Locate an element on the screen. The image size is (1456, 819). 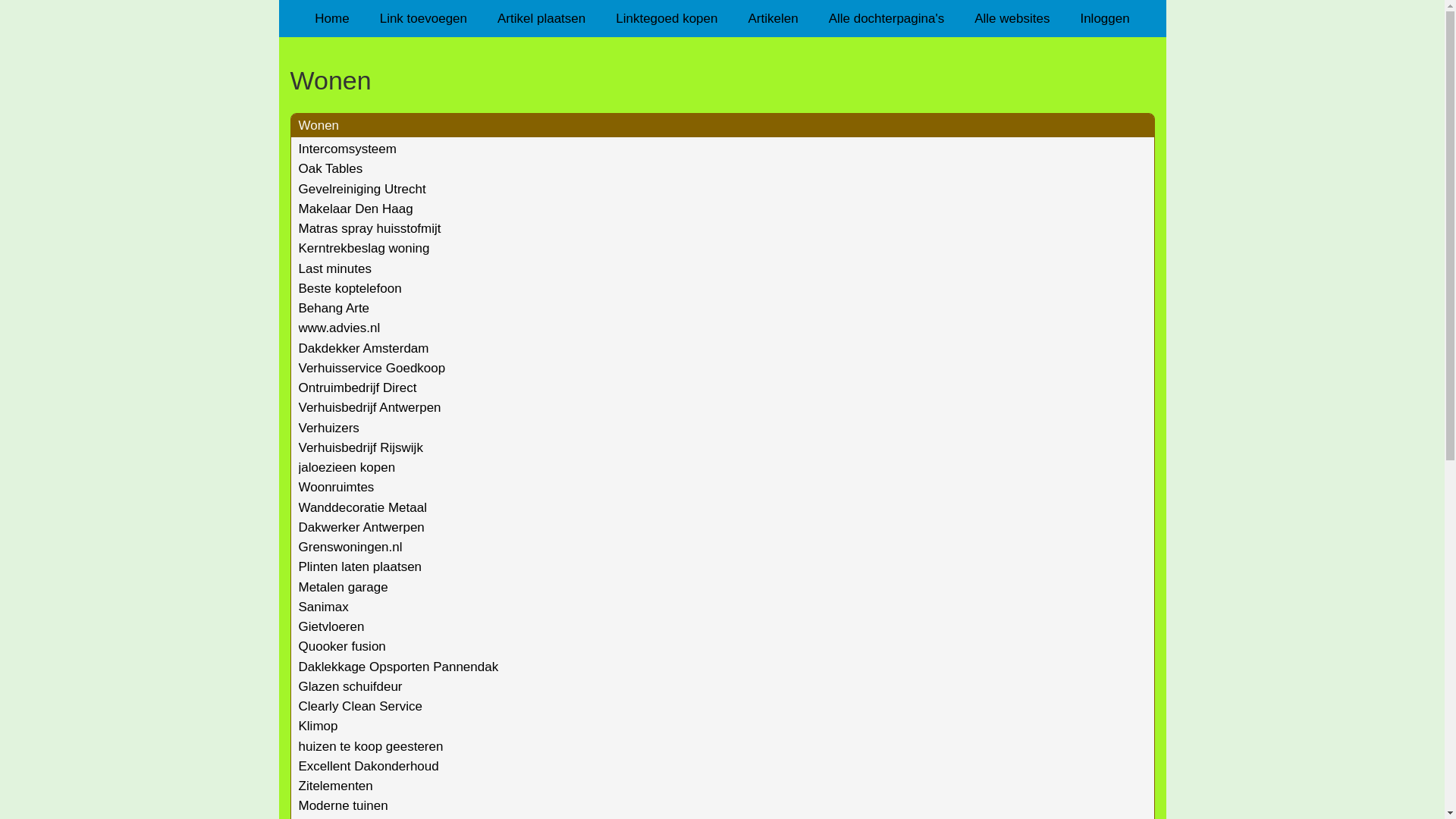
'Plinten laten plaatsen' is located at coordinates (298, 566).